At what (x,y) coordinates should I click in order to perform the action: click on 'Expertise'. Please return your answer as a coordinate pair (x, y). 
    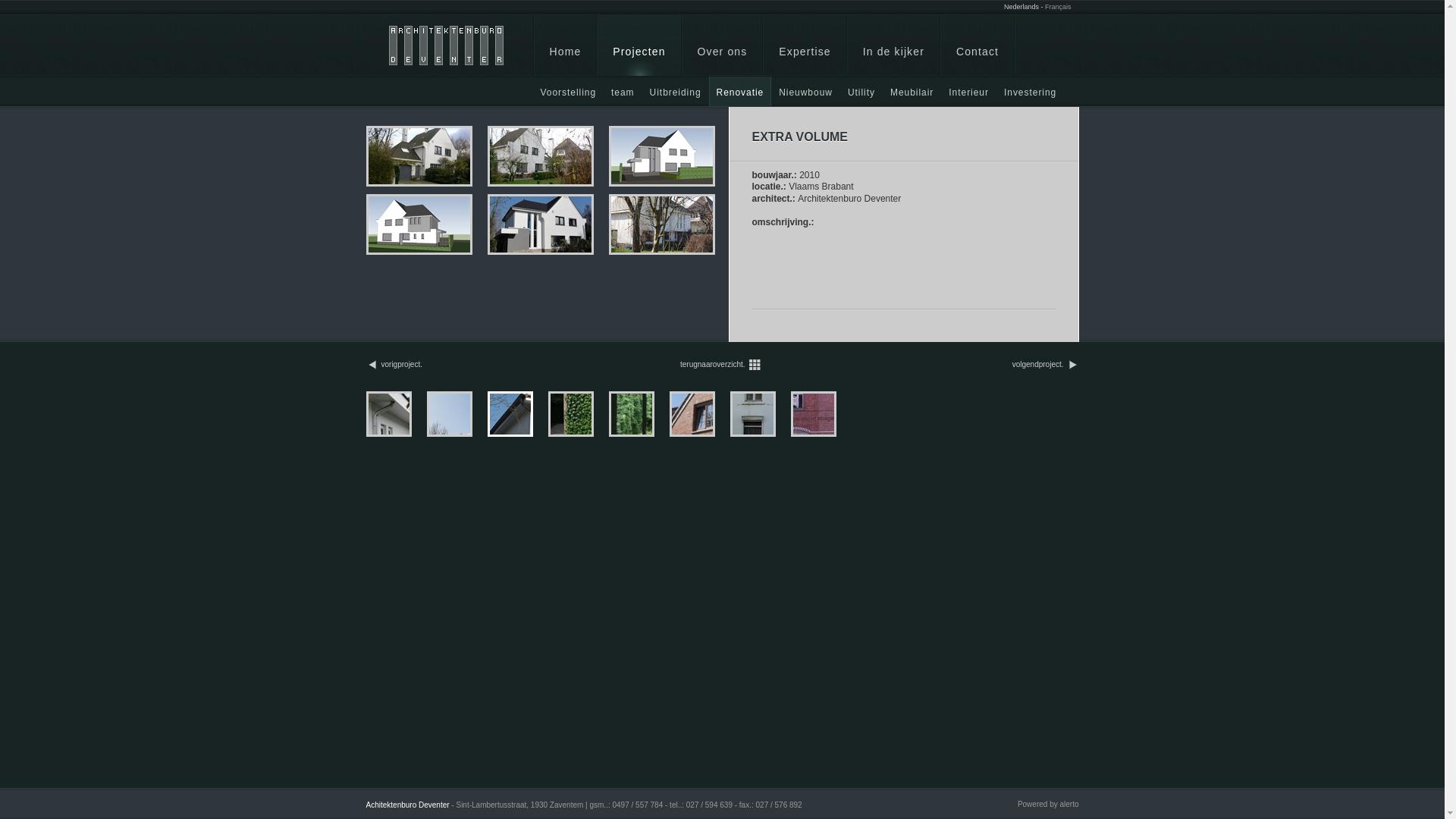
    Looking at the image, I should click on (803, 45).